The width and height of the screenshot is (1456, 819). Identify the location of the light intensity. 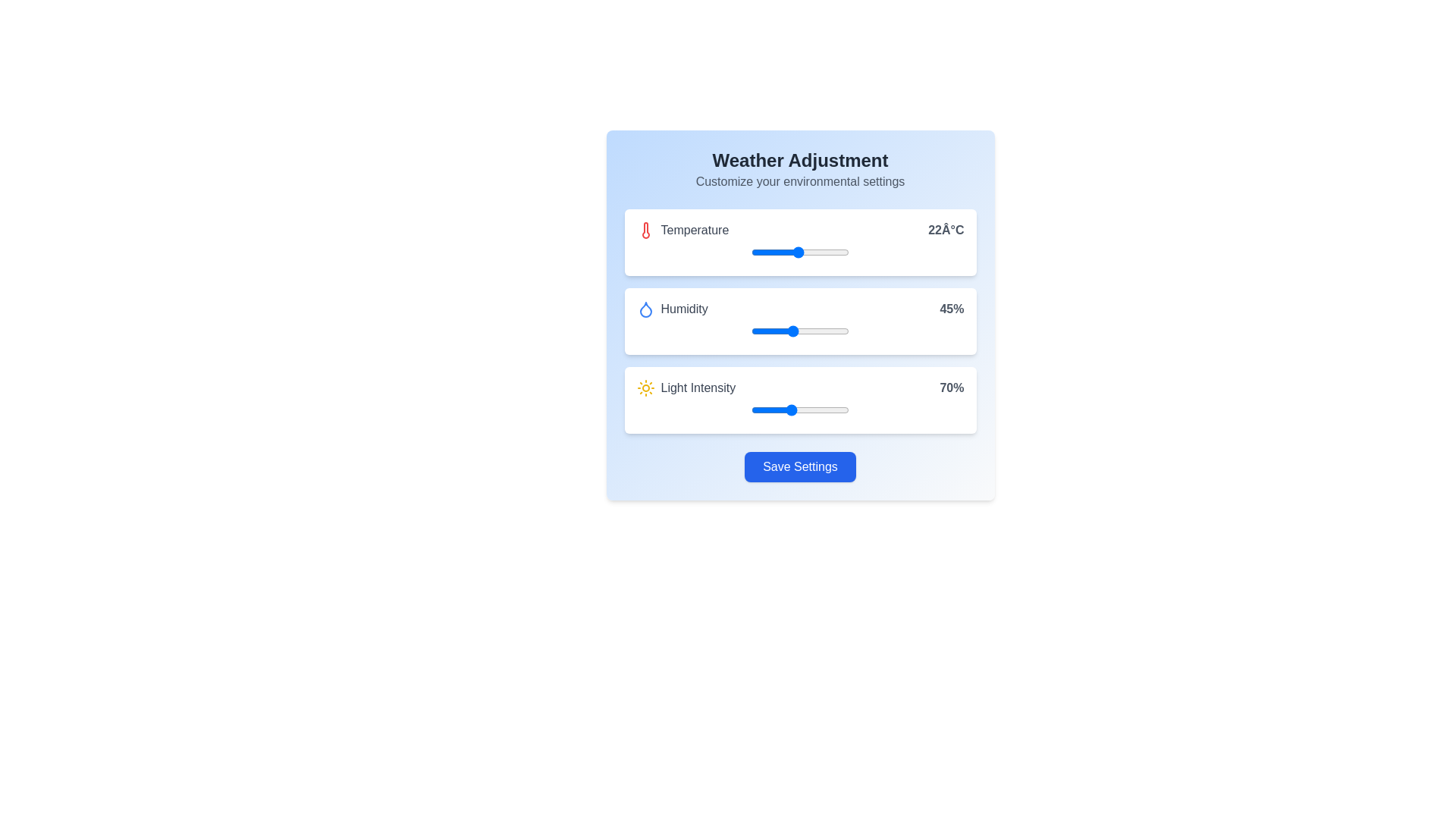
(813, 409).